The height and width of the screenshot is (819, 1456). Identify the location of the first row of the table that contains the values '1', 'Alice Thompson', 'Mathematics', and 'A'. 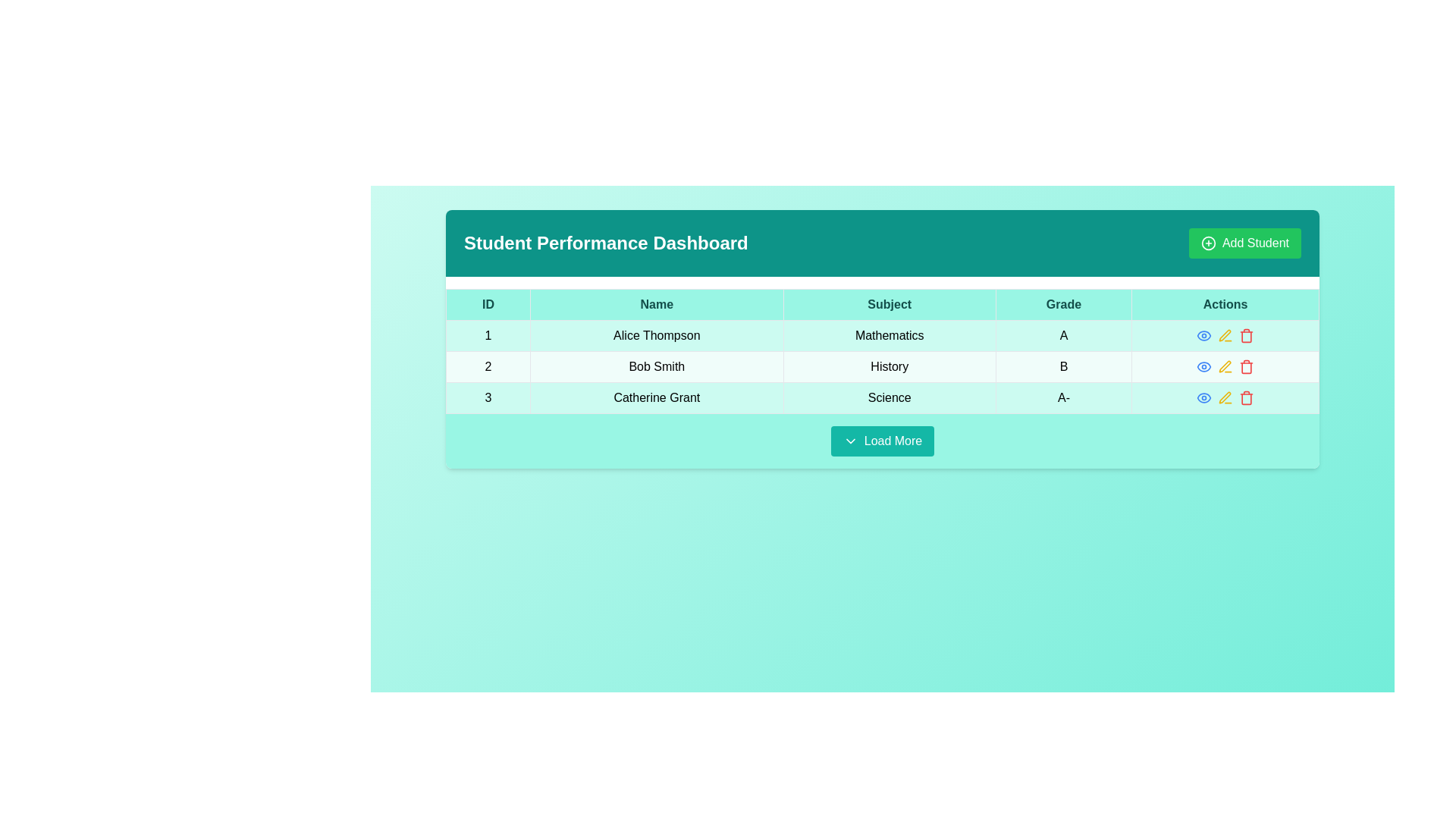
(882, 335).